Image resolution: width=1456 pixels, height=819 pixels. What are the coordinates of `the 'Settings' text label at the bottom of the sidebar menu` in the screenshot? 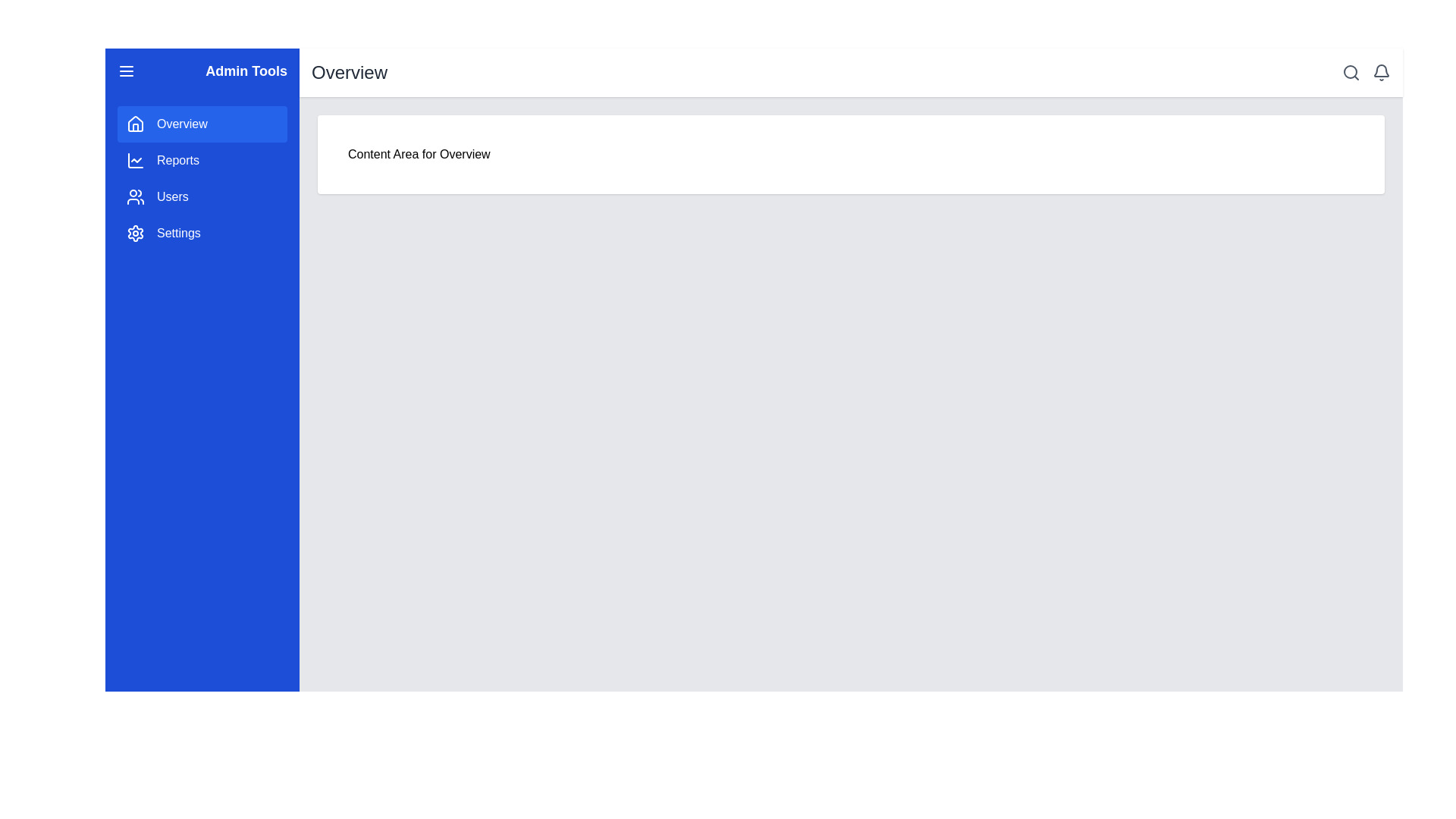 It's located at (178, 234).